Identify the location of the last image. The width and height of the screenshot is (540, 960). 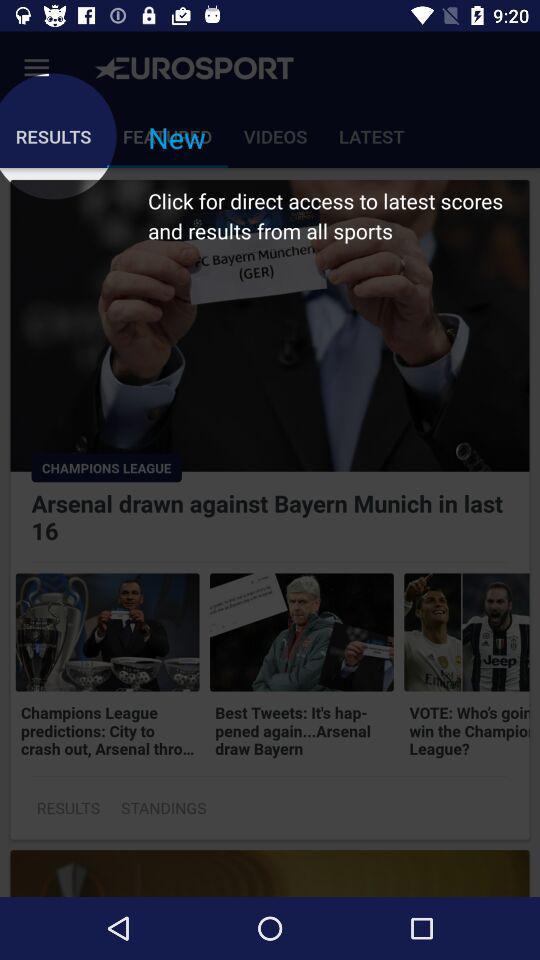
(466, 631).